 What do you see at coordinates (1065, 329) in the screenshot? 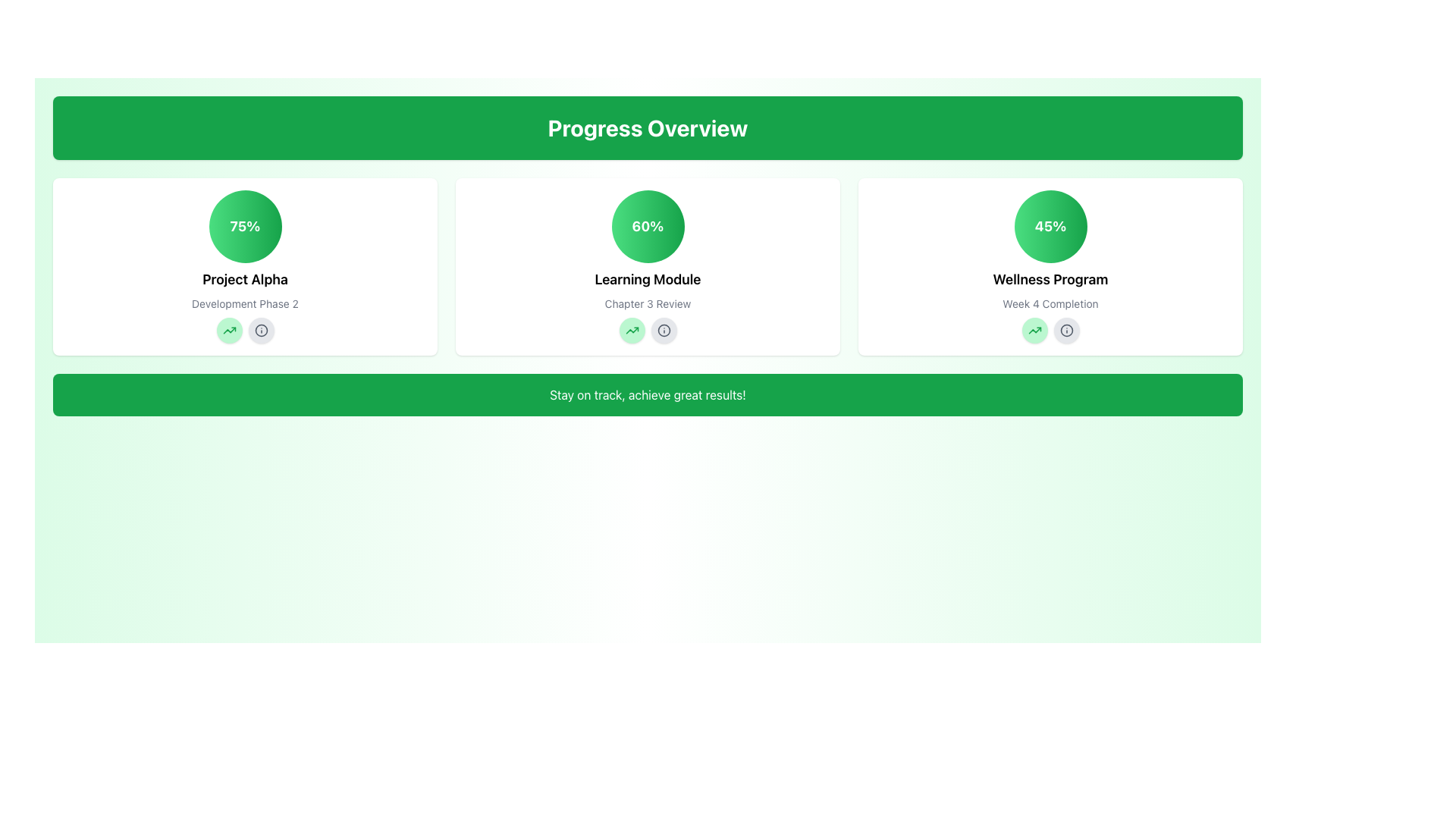
I see `the circular info icon with a gray outline and background, located` at bounding box center [1065, 329].